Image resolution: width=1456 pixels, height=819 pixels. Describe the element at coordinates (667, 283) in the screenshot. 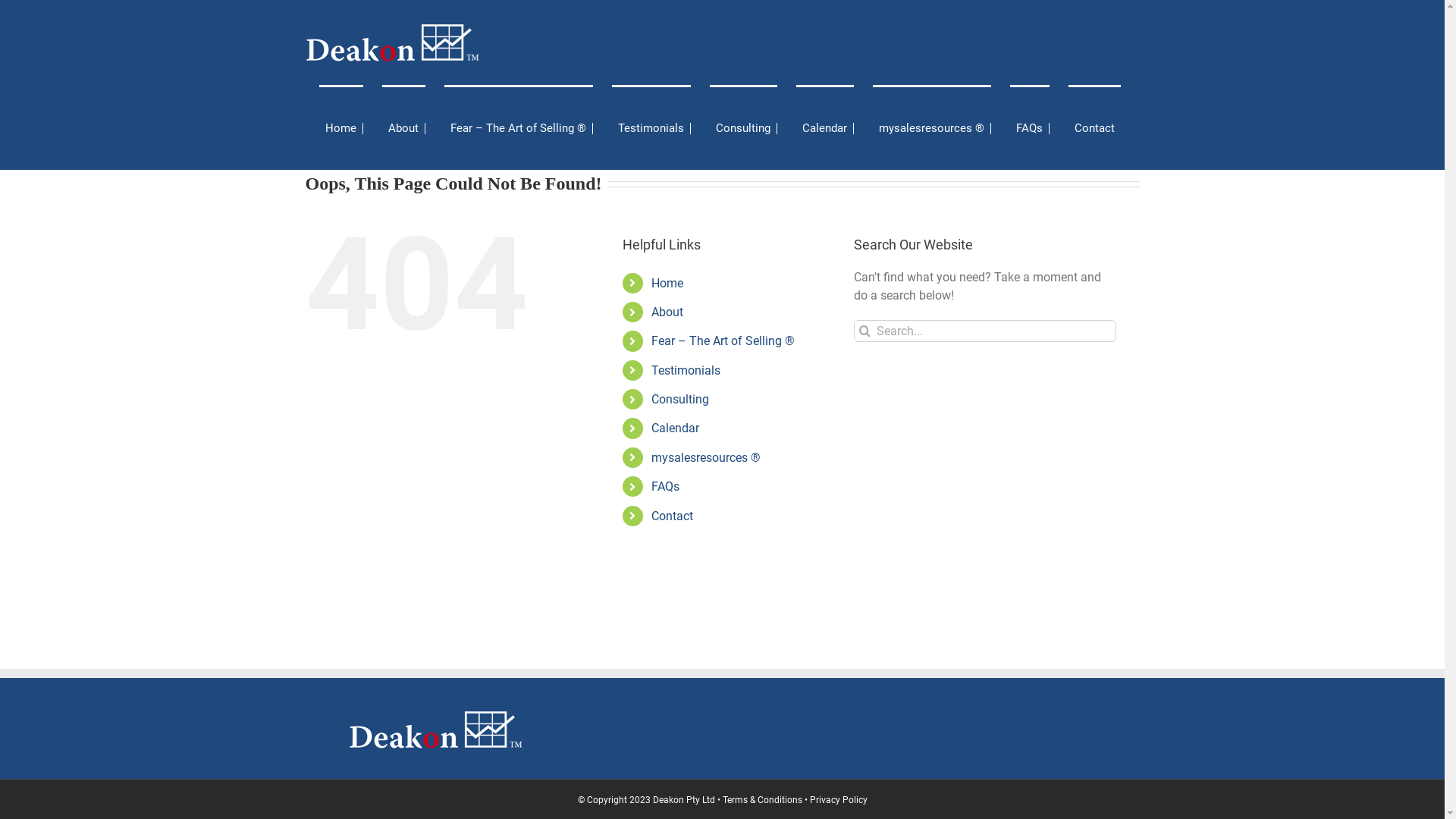

I see `'Home'` at that location.